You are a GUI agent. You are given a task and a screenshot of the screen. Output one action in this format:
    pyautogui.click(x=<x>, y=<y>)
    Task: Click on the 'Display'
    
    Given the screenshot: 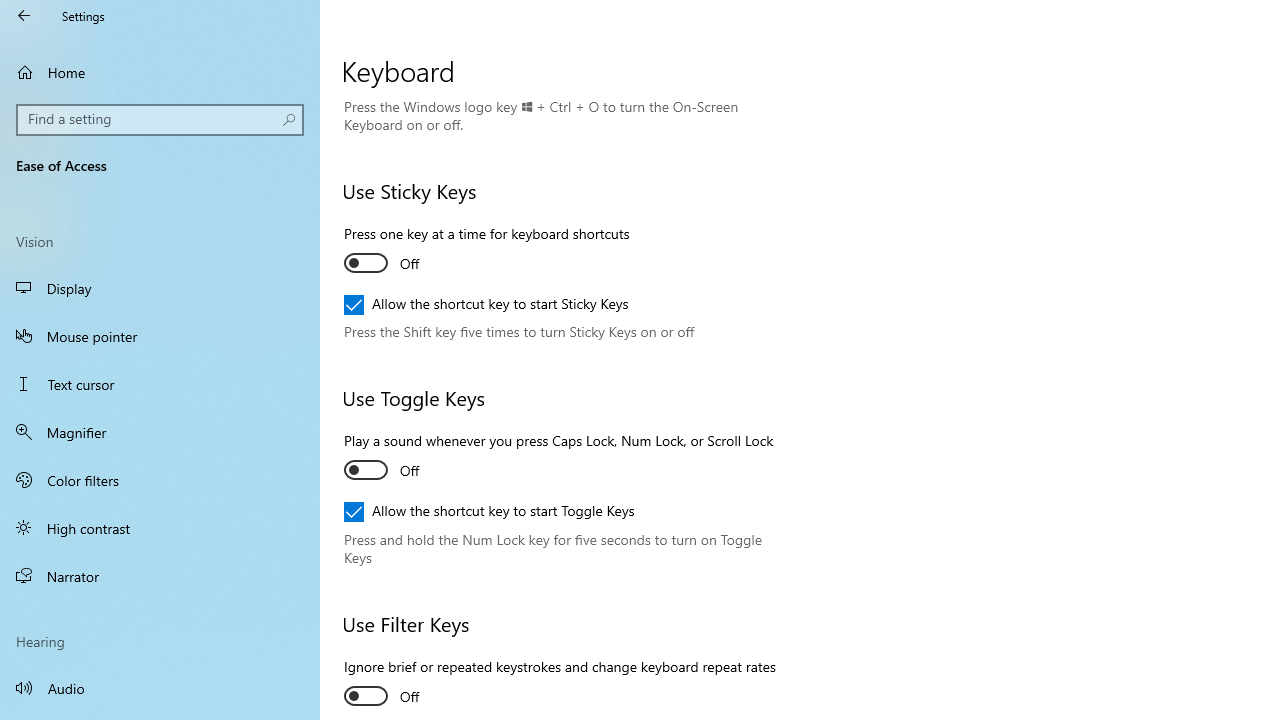 What is the action you would take?
    pyautogui.click(x=160, y=288)
    